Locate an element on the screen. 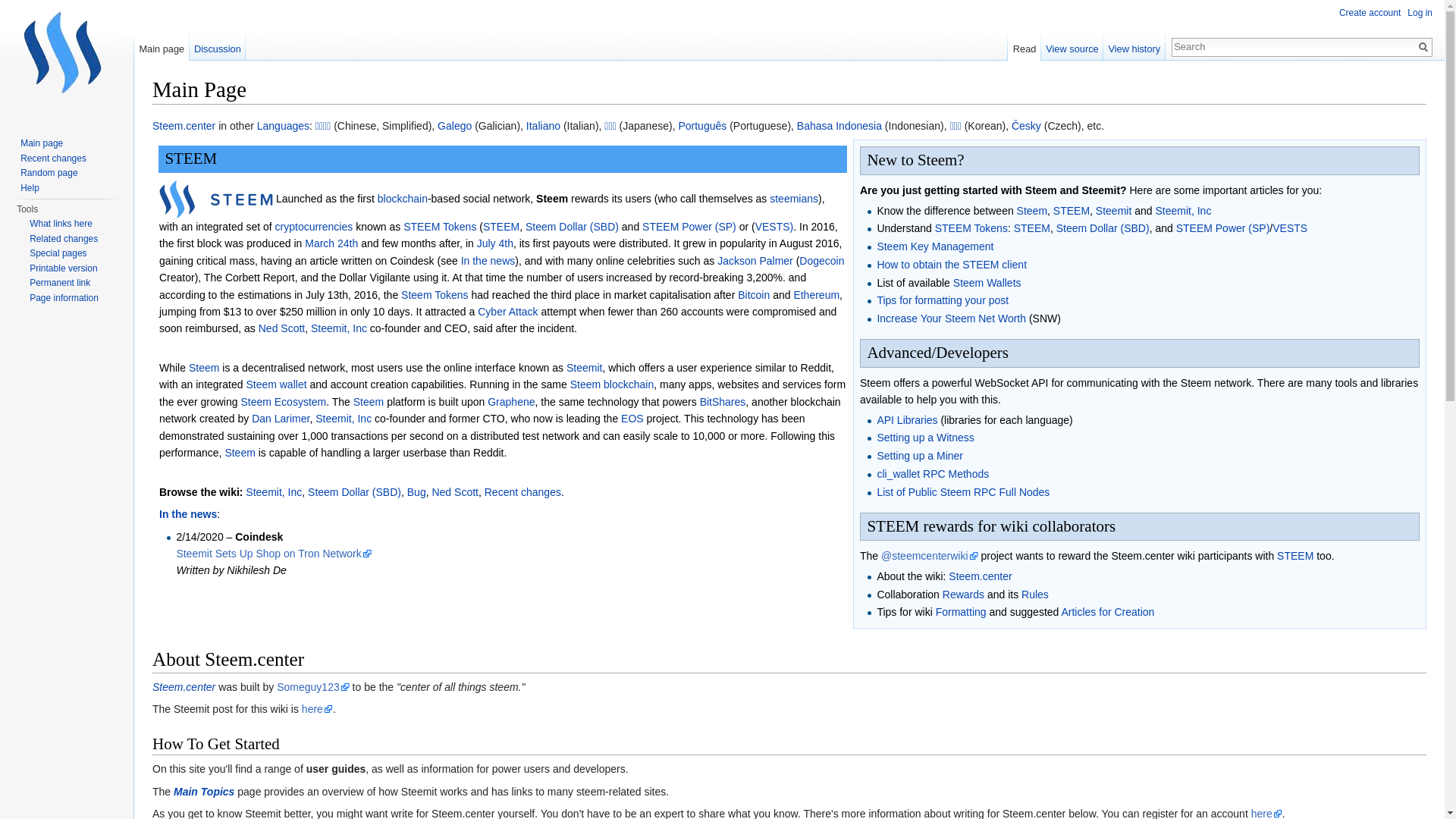  'Steemit Sets Up Shop on Tron Network' is located at coordinates (273, 553).